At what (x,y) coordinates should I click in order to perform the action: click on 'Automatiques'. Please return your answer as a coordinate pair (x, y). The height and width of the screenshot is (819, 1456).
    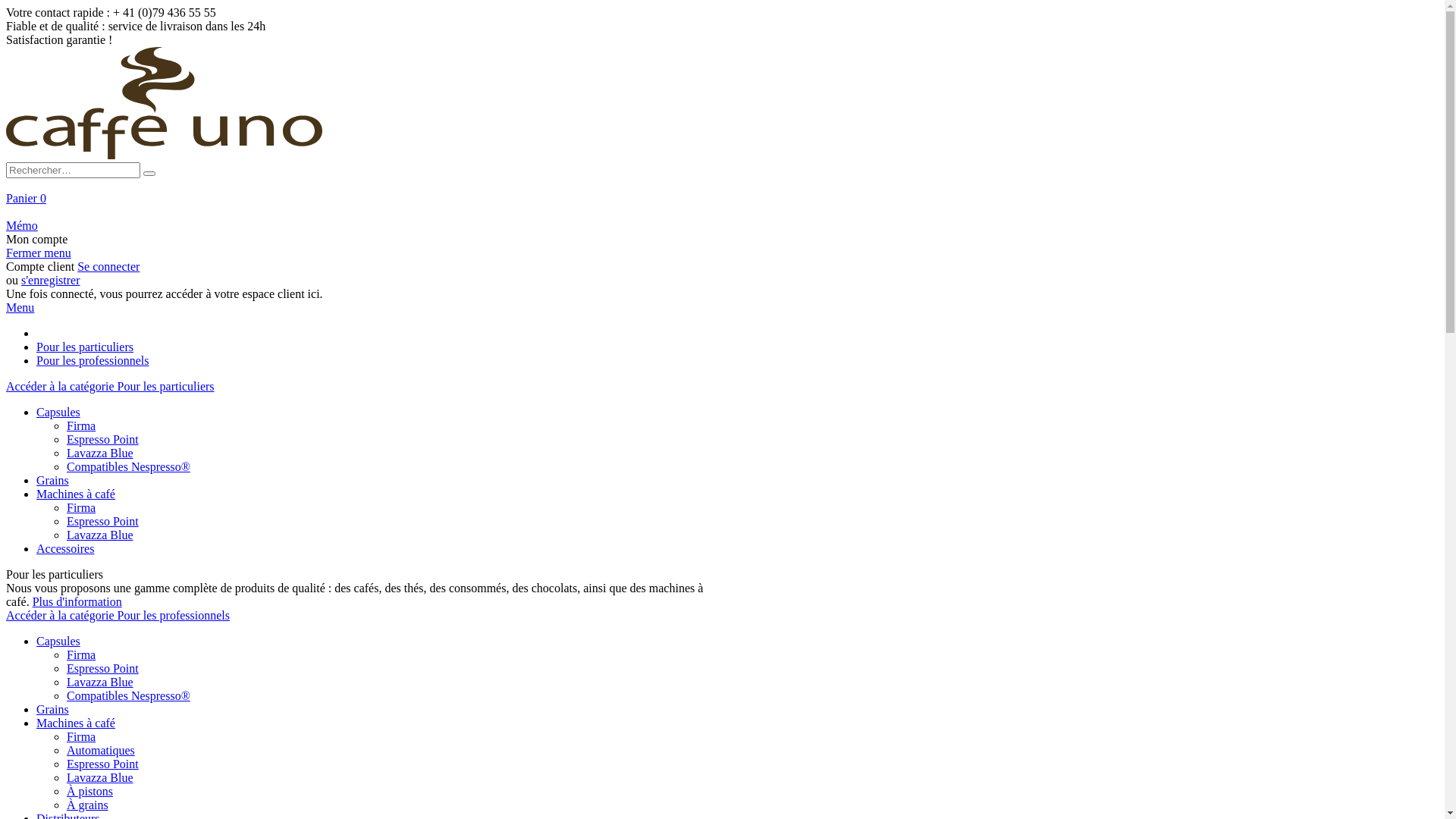
    Looking at the image, I should click on (100, 748).